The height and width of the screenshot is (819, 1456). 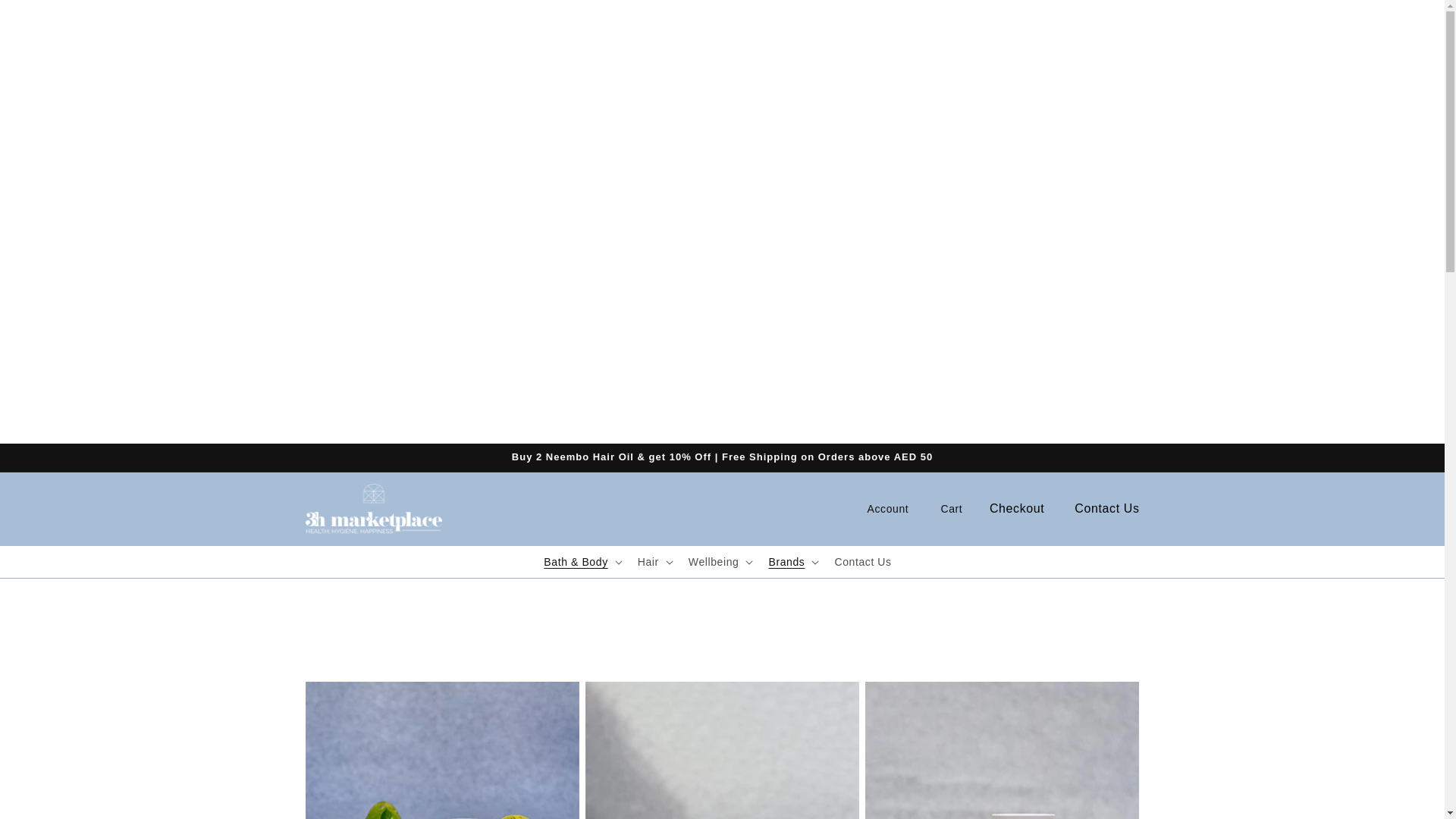 I want to click on 'Checkout', so click(x=1016, y=509).